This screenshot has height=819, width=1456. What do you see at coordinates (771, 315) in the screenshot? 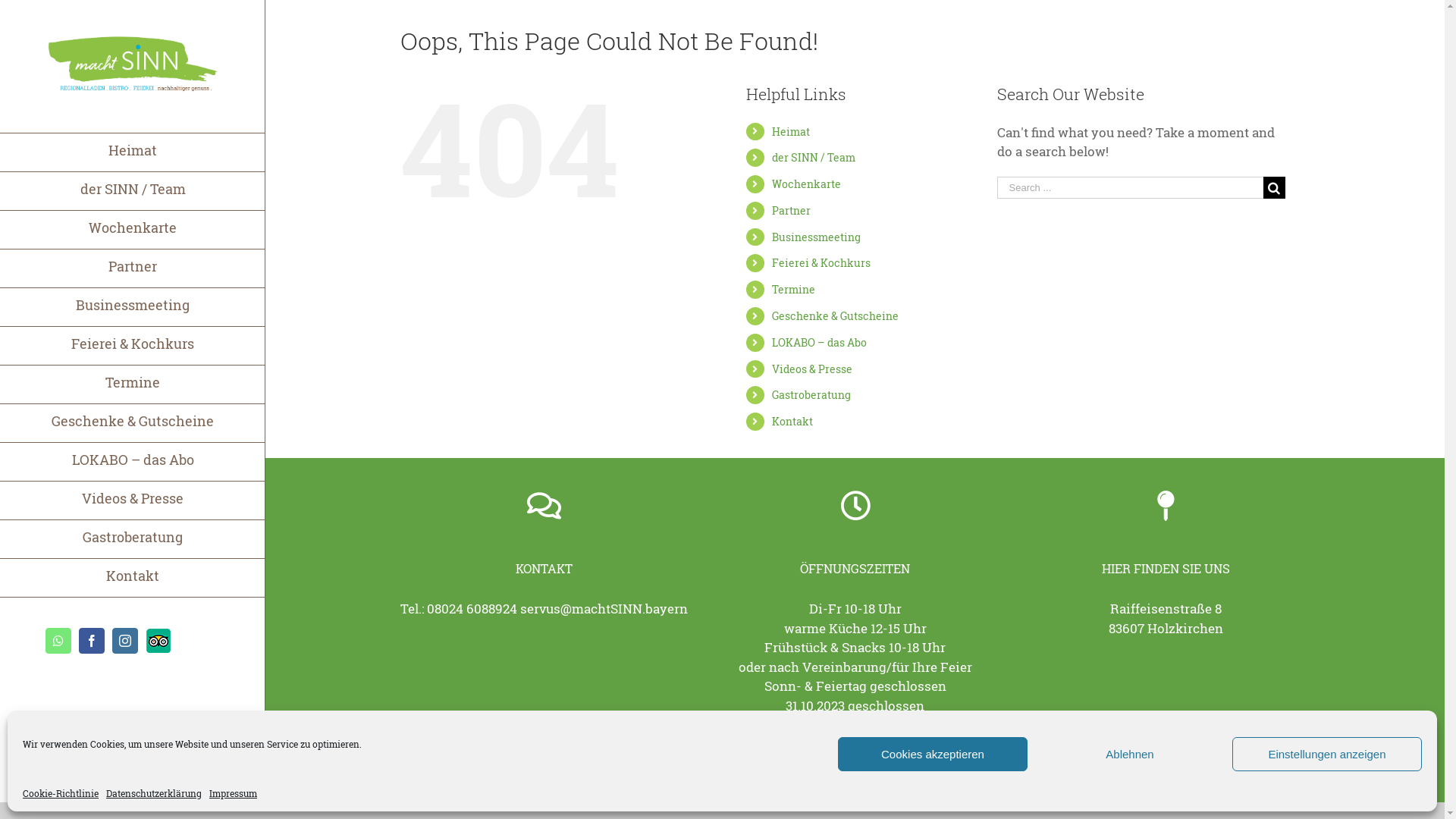
I see `'Geschenke & Gutscheine'` at bounding box center [771, 315].